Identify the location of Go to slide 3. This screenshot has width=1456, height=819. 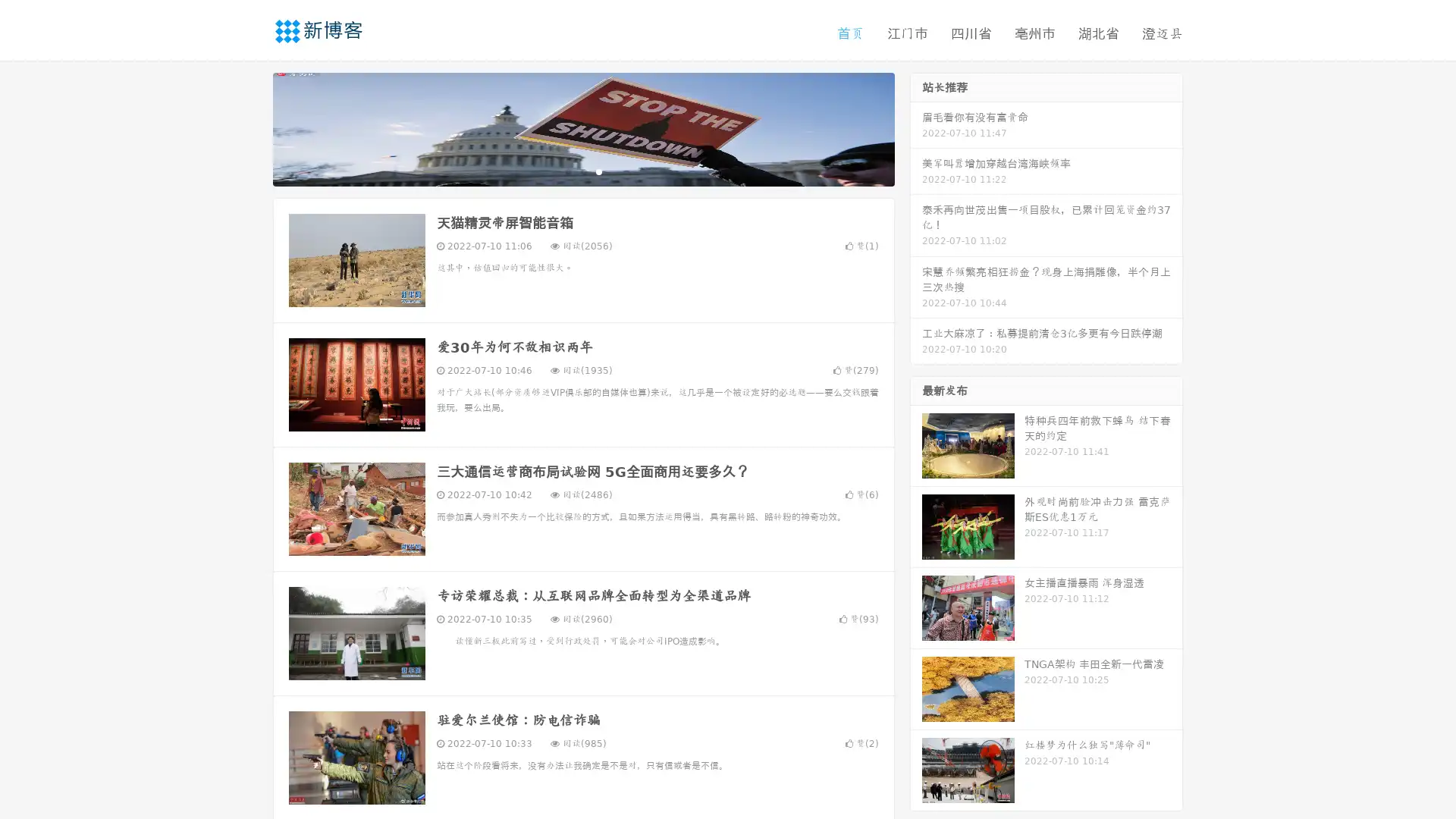
(598, 171).